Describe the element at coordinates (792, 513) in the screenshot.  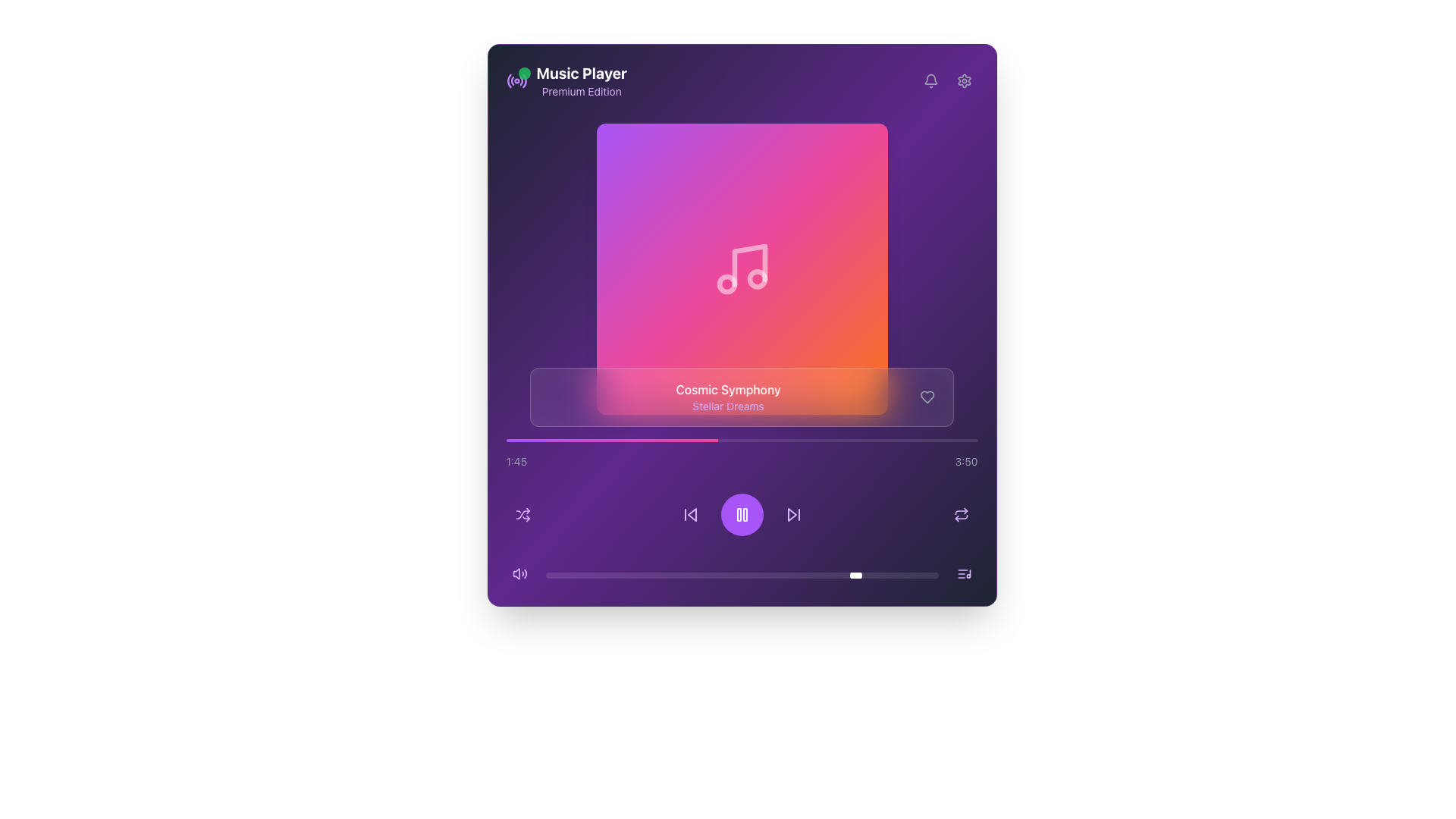
I see `the forward-skip button, which is a vibrant purple triangle pointing to the right with a vertical bar beside it, located at the bottom center of the interface` at that location.